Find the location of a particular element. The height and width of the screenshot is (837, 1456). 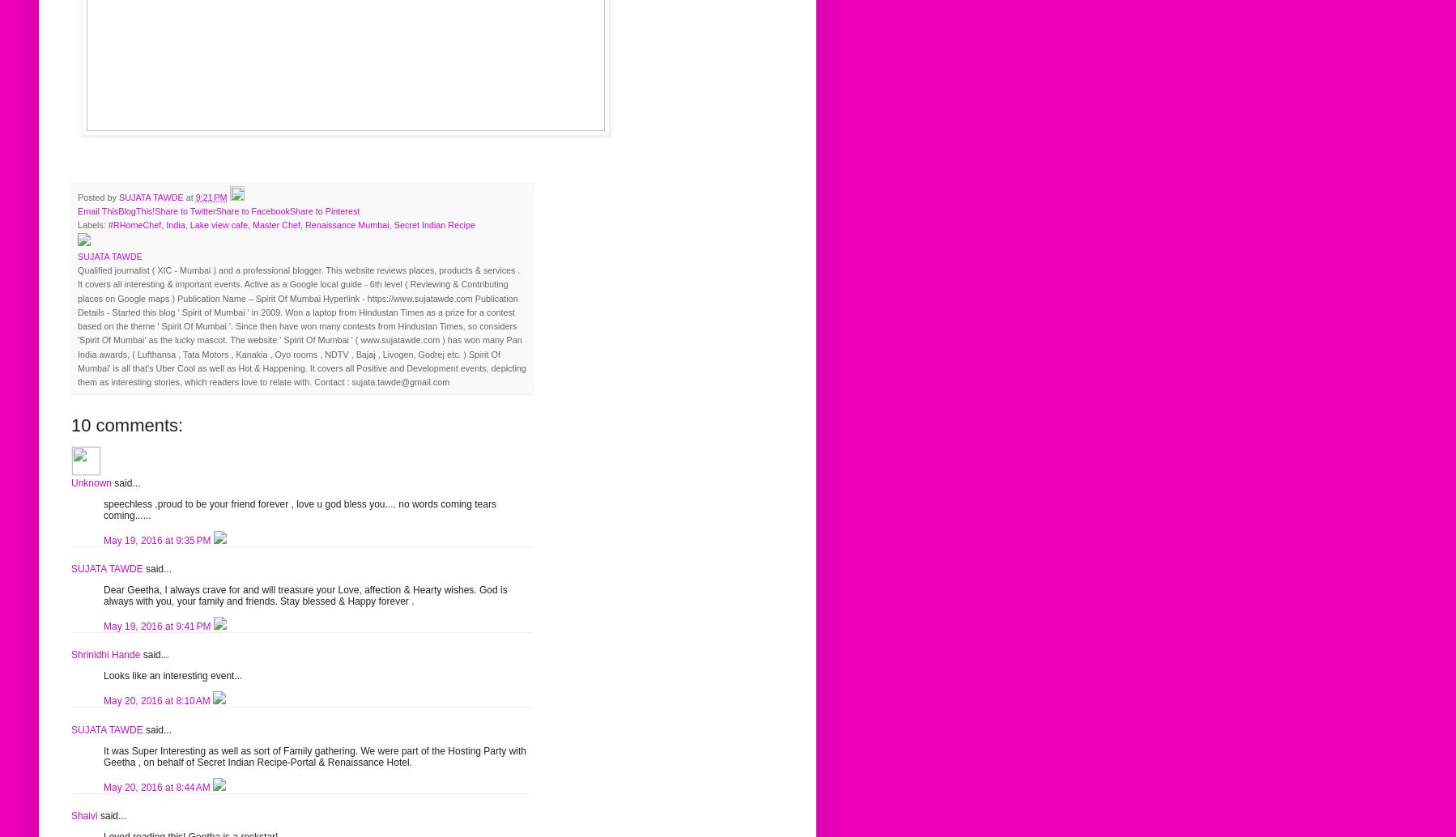

'Labels:' is located at coordinates (92, 224).